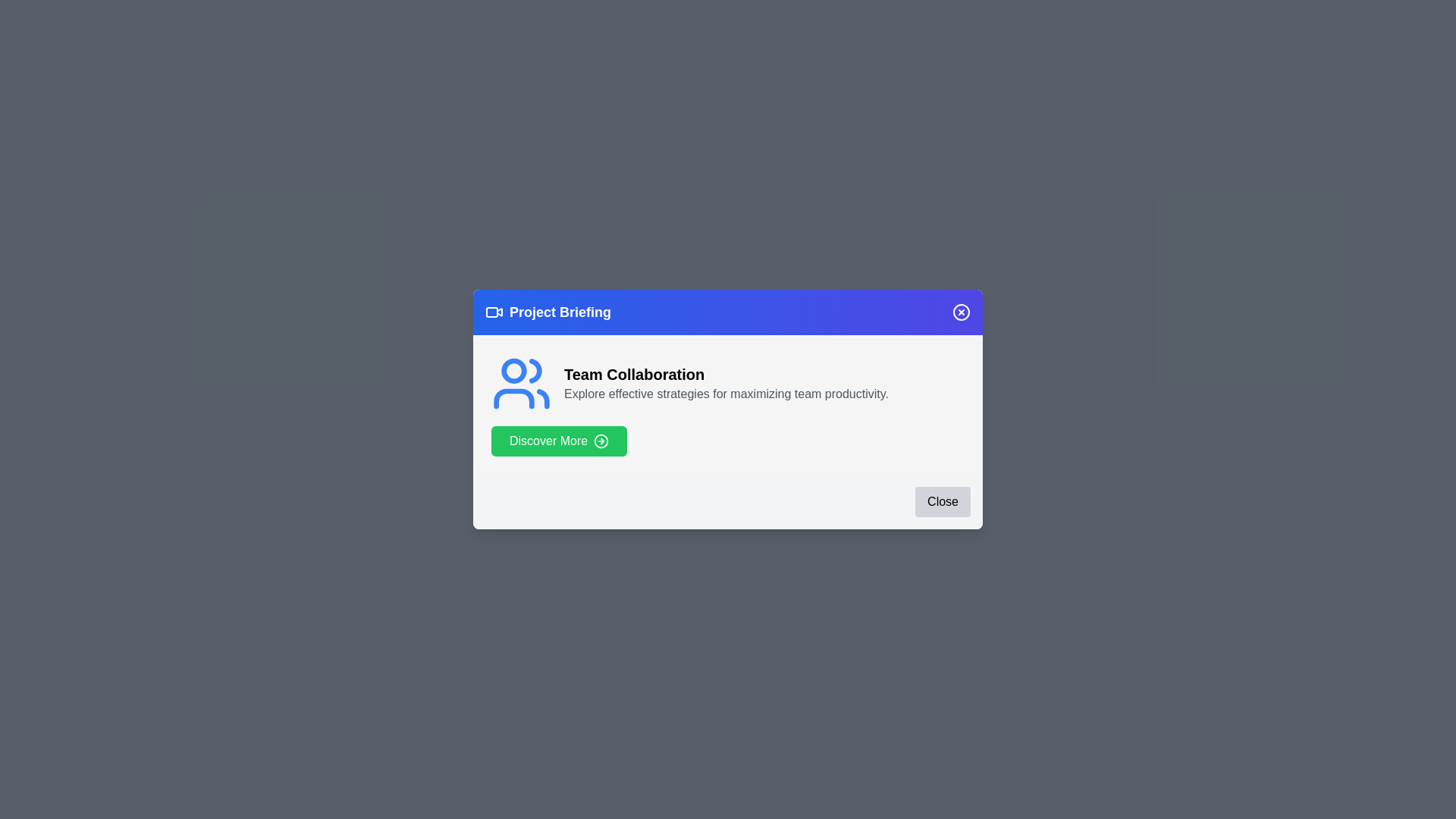 The height and width of the screenshot is (819, 1456). Describe the element at coordinates (558, 441) in the screenshot. I see `'Discover More' button to reveal additional details` at that location.